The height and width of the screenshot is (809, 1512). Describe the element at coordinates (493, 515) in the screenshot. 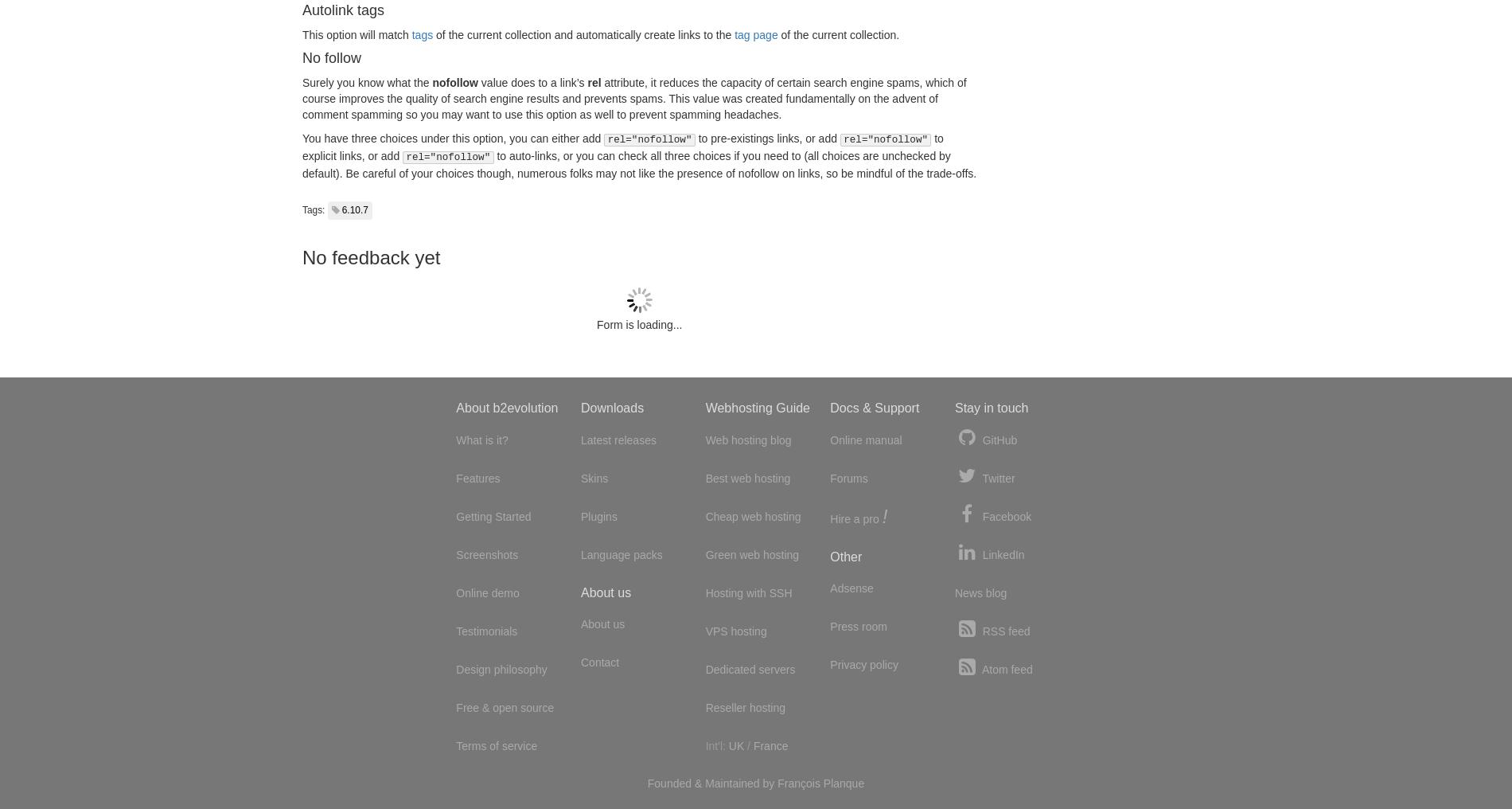

I see `'Getting Started'` at that location.